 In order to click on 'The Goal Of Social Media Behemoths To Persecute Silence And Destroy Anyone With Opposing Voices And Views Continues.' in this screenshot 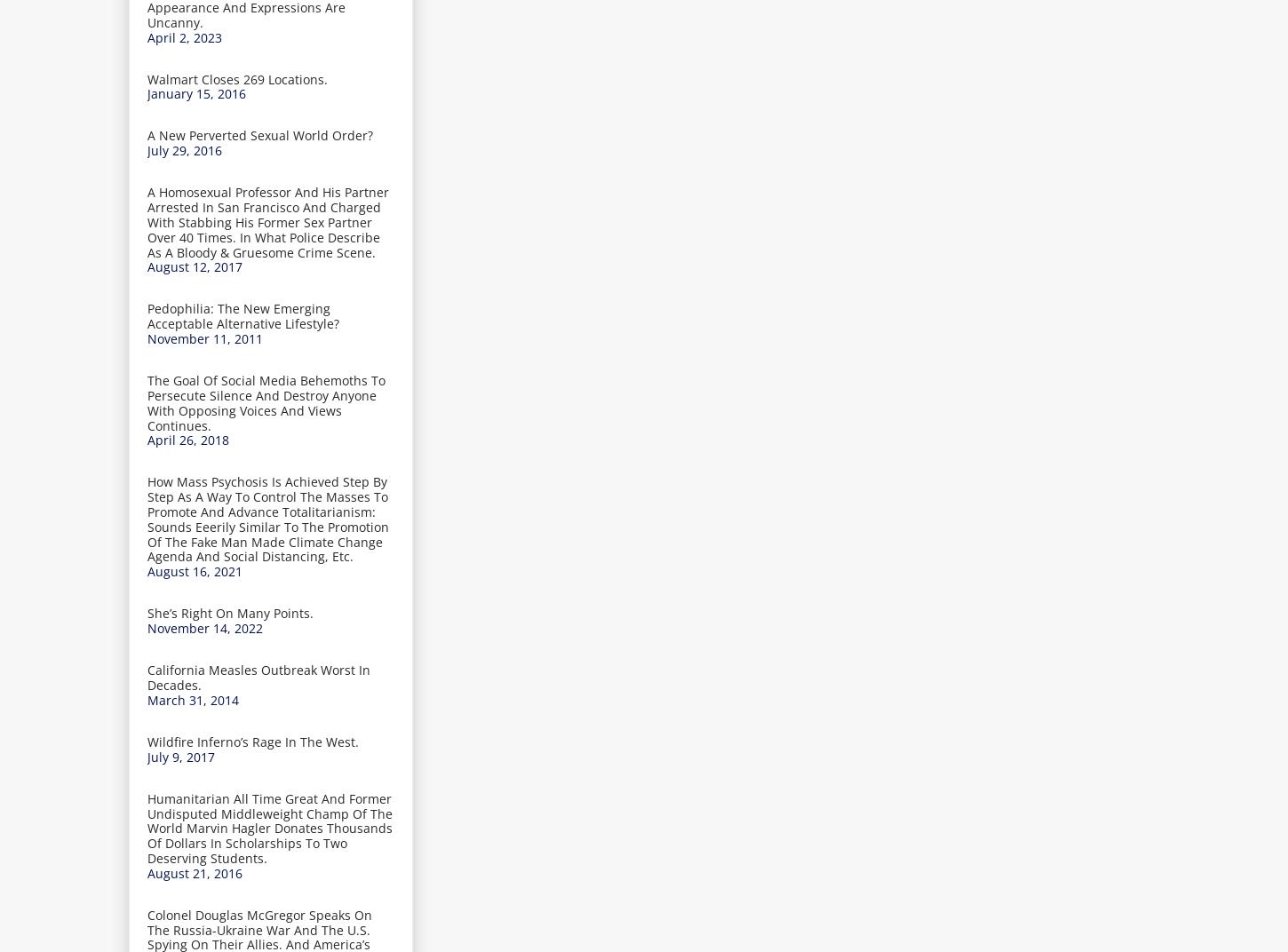, I will do `click(266, 401)`.